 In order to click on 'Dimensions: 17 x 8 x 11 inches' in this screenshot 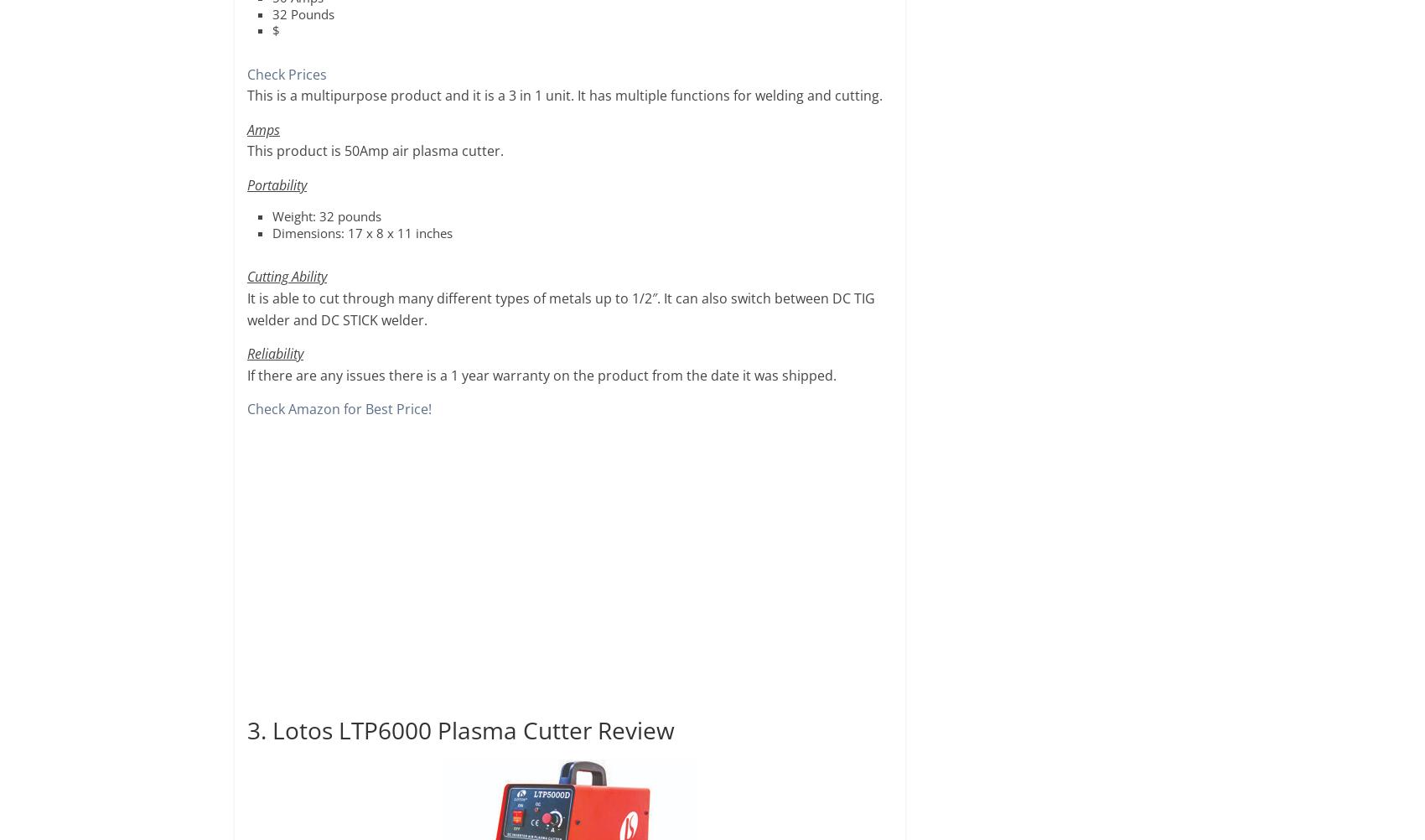, I will do `click(272, 231)`.